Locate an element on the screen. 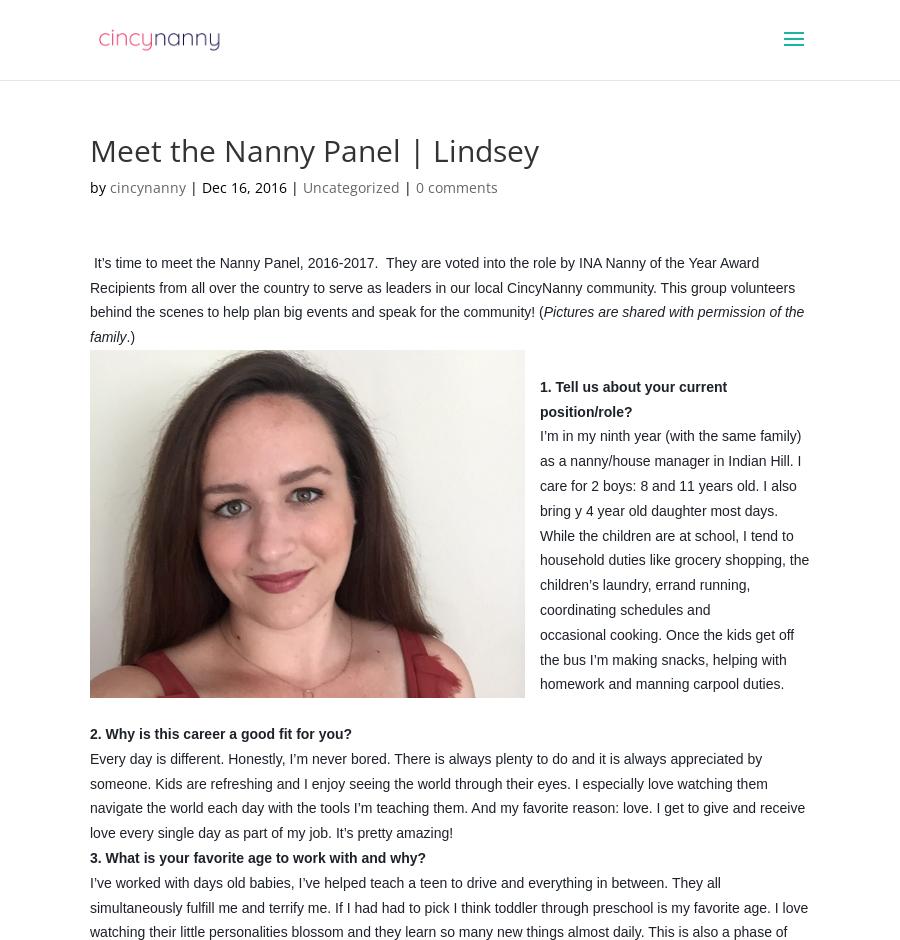 The width and height of the screenshot is (900, 940). '.' is located at coordinates (540, 709).